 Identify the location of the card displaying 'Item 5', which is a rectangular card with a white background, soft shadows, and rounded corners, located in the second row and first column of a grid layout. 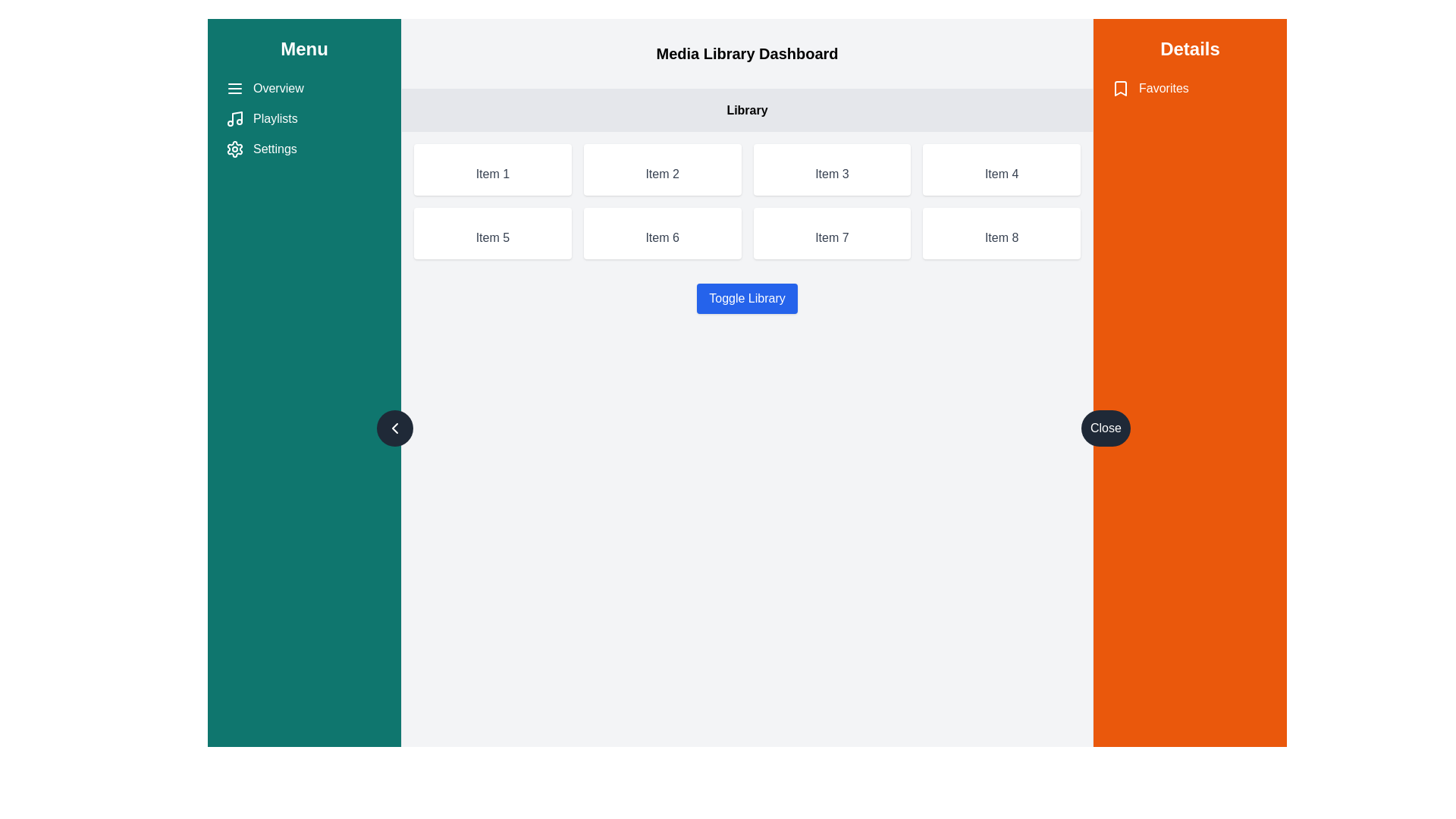
(492, 234).